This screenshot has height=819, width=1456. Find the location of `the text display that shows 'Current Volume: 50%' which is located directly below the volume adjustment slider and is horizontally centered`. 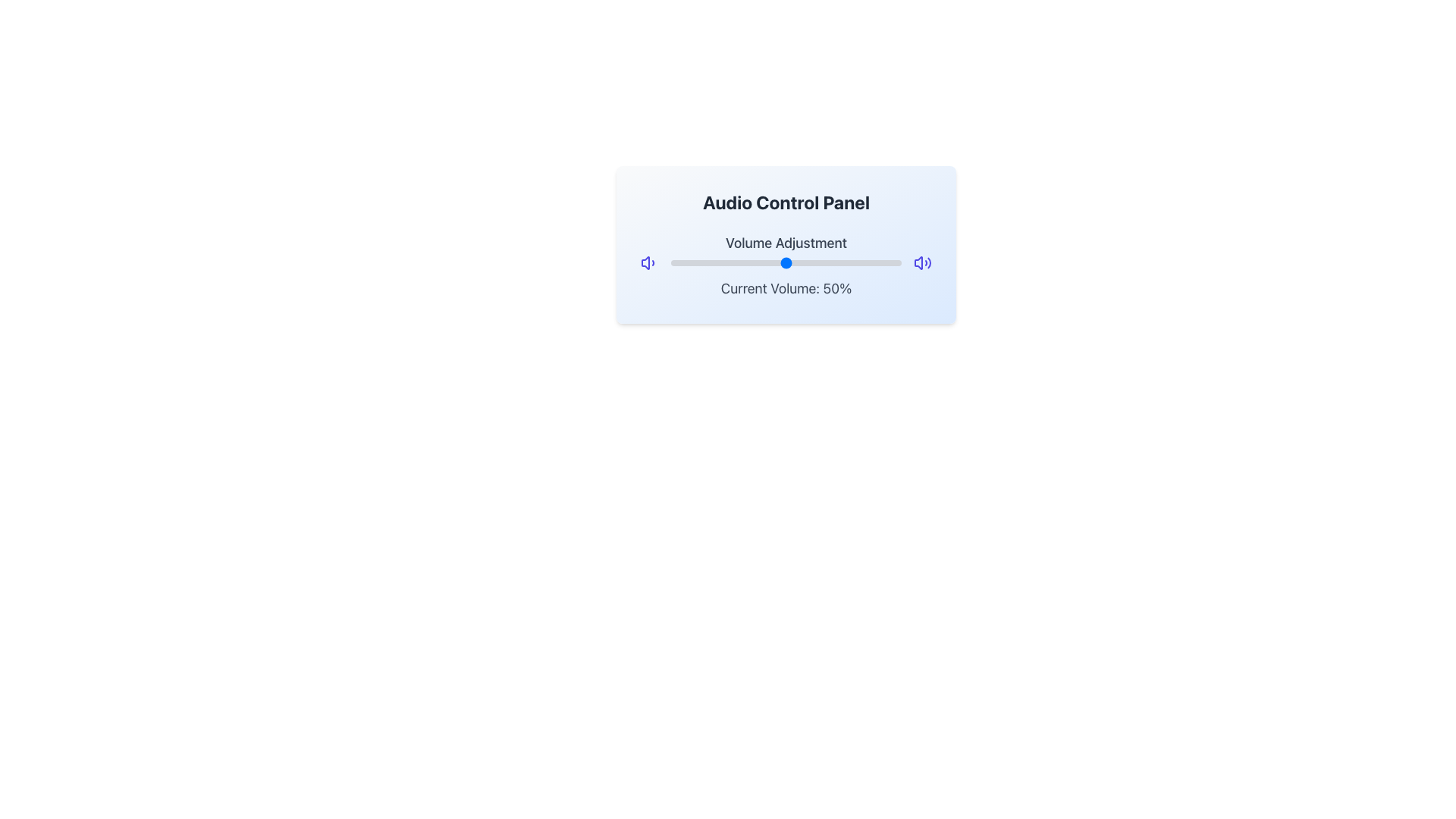

the text display that shows 'Current Volume: 50%' which is located directly below the volume adjustment slider and is horizontally centered is located at coordinates (786, 289).